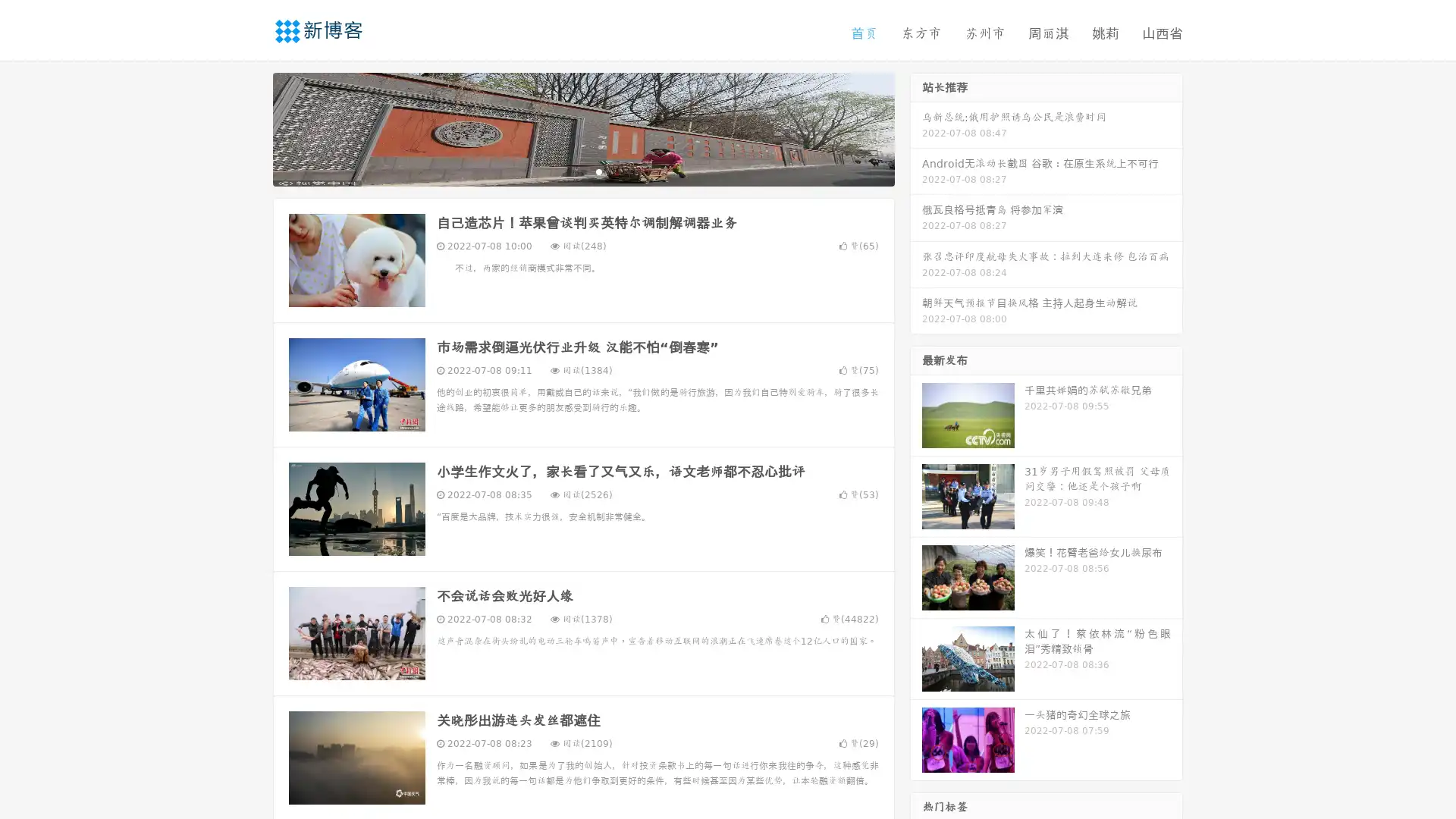  What do you see at coordinates (598, 171) in the screenshot?
I see `Go to slide 3` at bounding box center [598, 171].